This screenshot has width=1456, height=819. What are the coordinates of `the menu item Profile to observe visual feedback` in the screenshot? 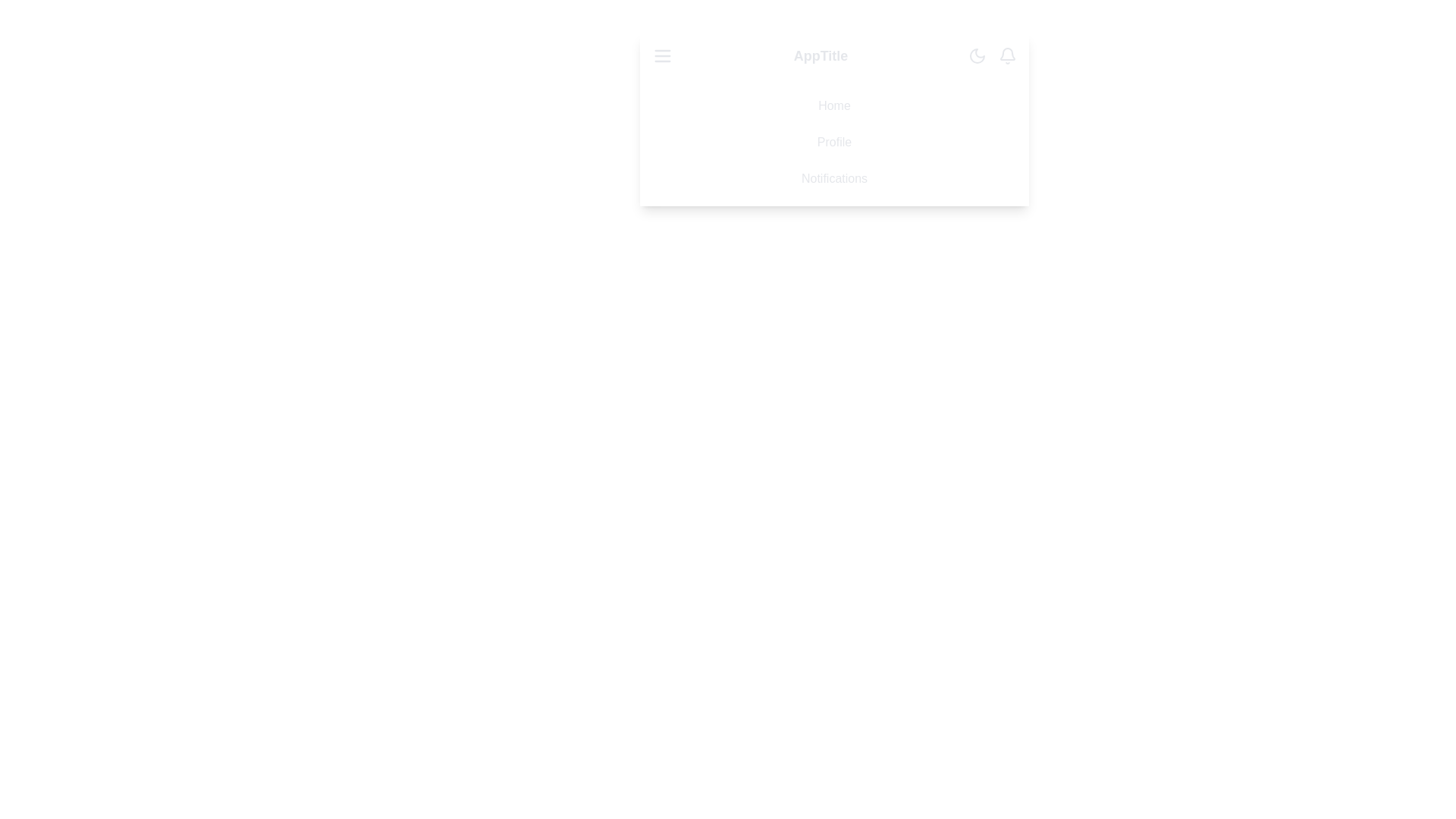 It's located at (833, 143).